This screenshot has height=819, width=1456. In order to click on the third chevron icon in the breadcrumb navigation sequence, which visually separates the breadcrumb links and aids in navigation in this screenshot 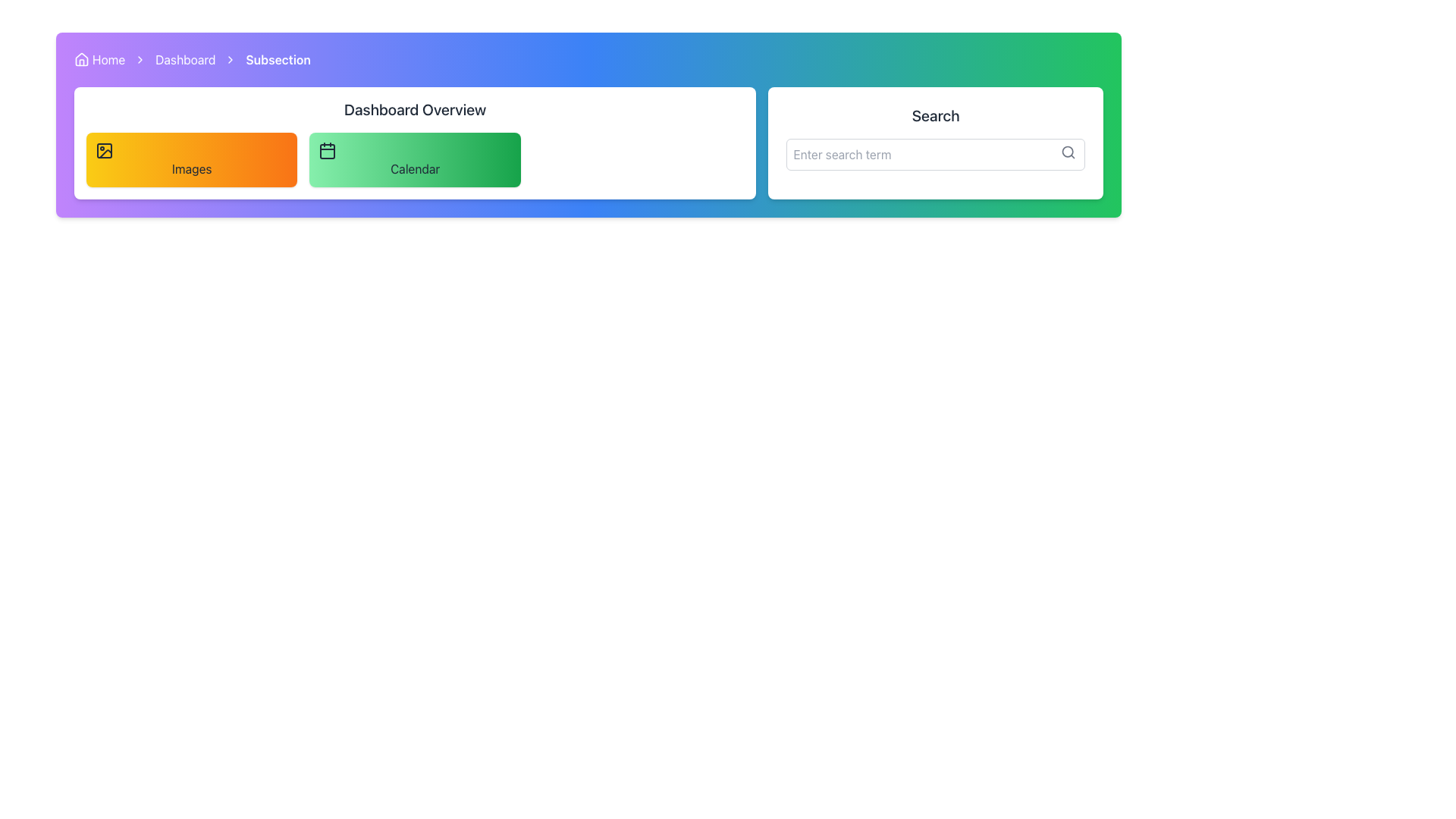, I will do `click(230, 58)`.